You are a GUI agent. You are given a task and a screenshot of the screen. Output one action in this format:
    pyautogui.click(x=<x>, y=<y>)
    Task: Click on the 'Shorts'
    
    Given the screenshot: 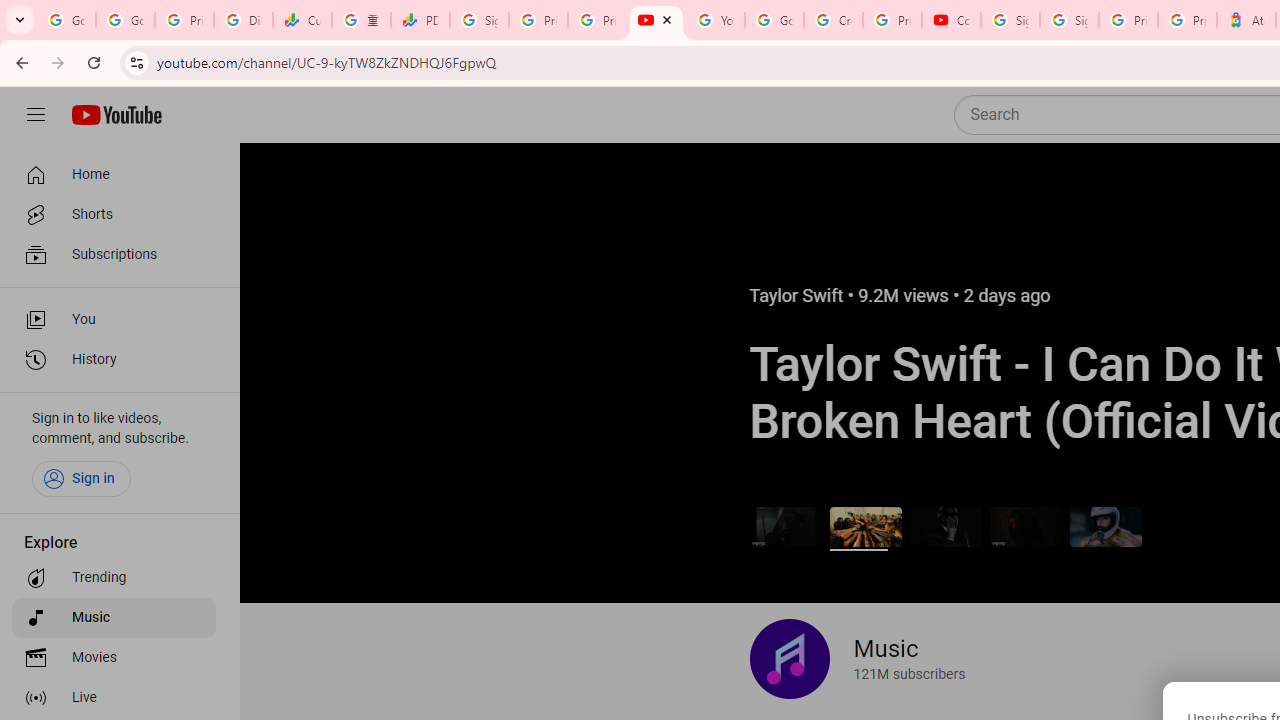 What is the action you would take?
    pyautogui.click(x=112, y=214)
    